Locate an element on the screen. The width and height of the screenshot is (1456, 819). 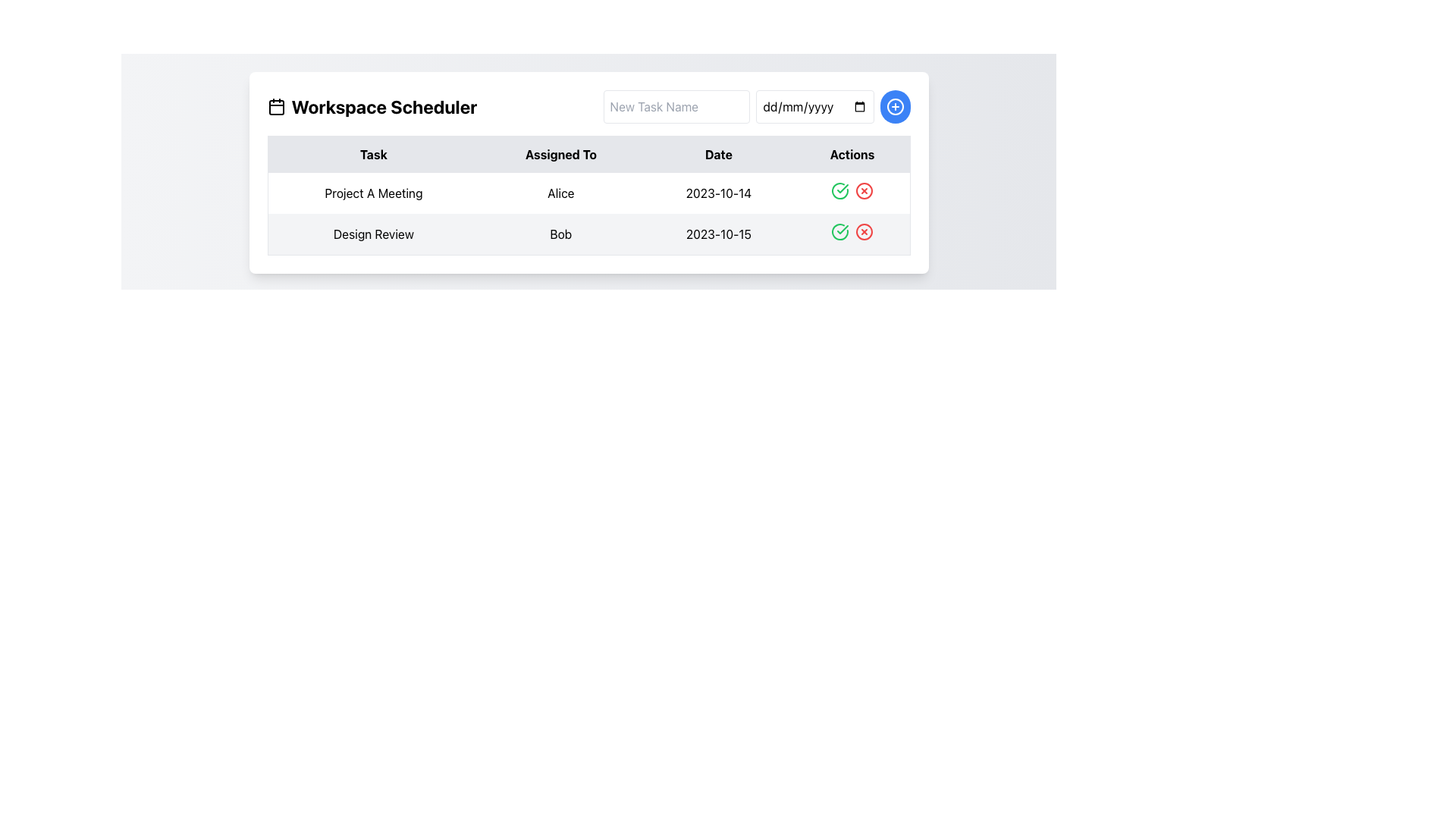
the red circular icon with an 'X' in the Actions column for the 'Project A Meeting' task to observe the hover effect is located at coordinates (864, 190).